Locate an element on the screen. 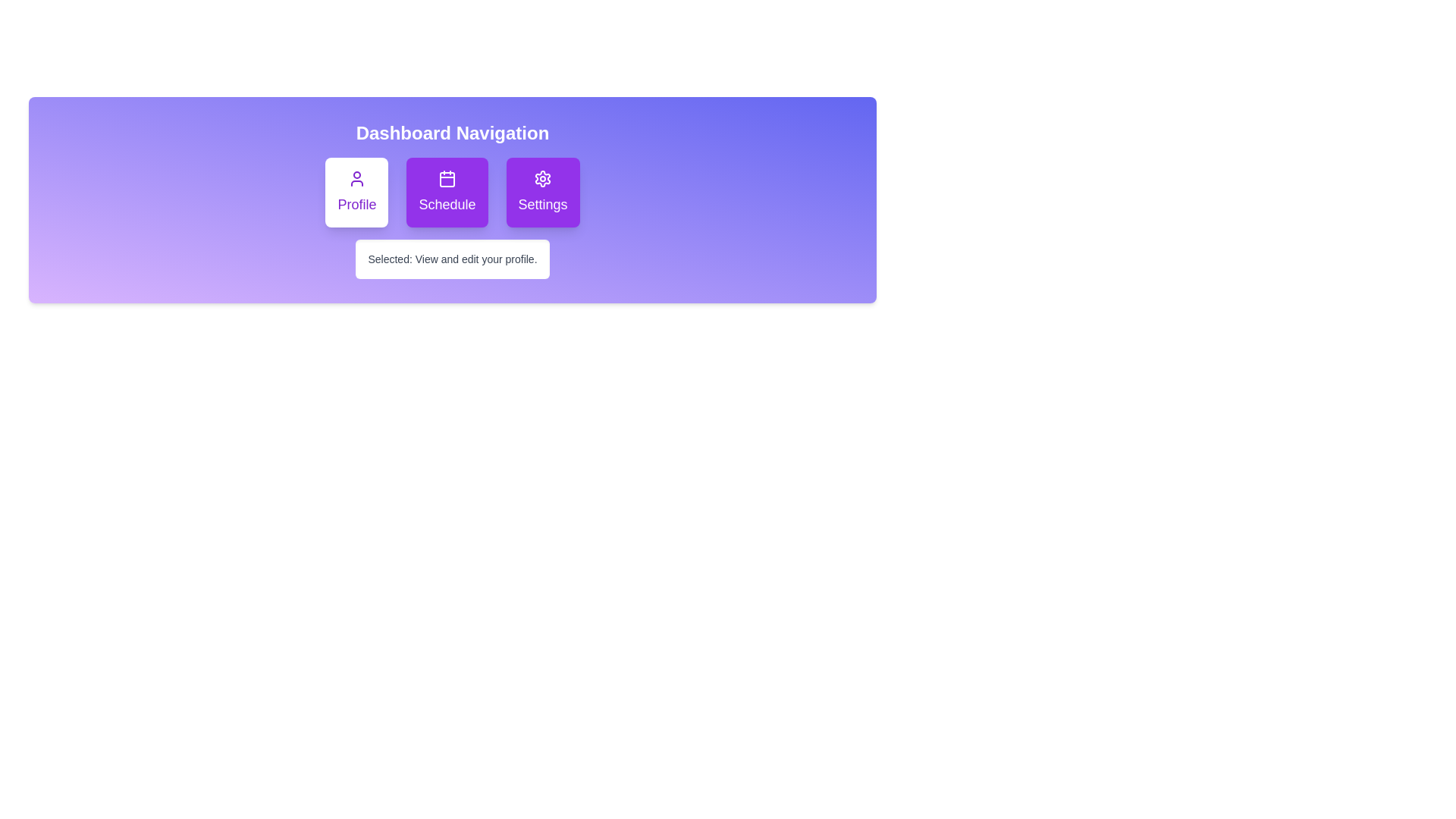 This screenshot has width=1456, height=819. text label displaying 'Profile' in bold purple font located in the top left corner of the dashboard navigation bar is located at coordinates (356, 205).